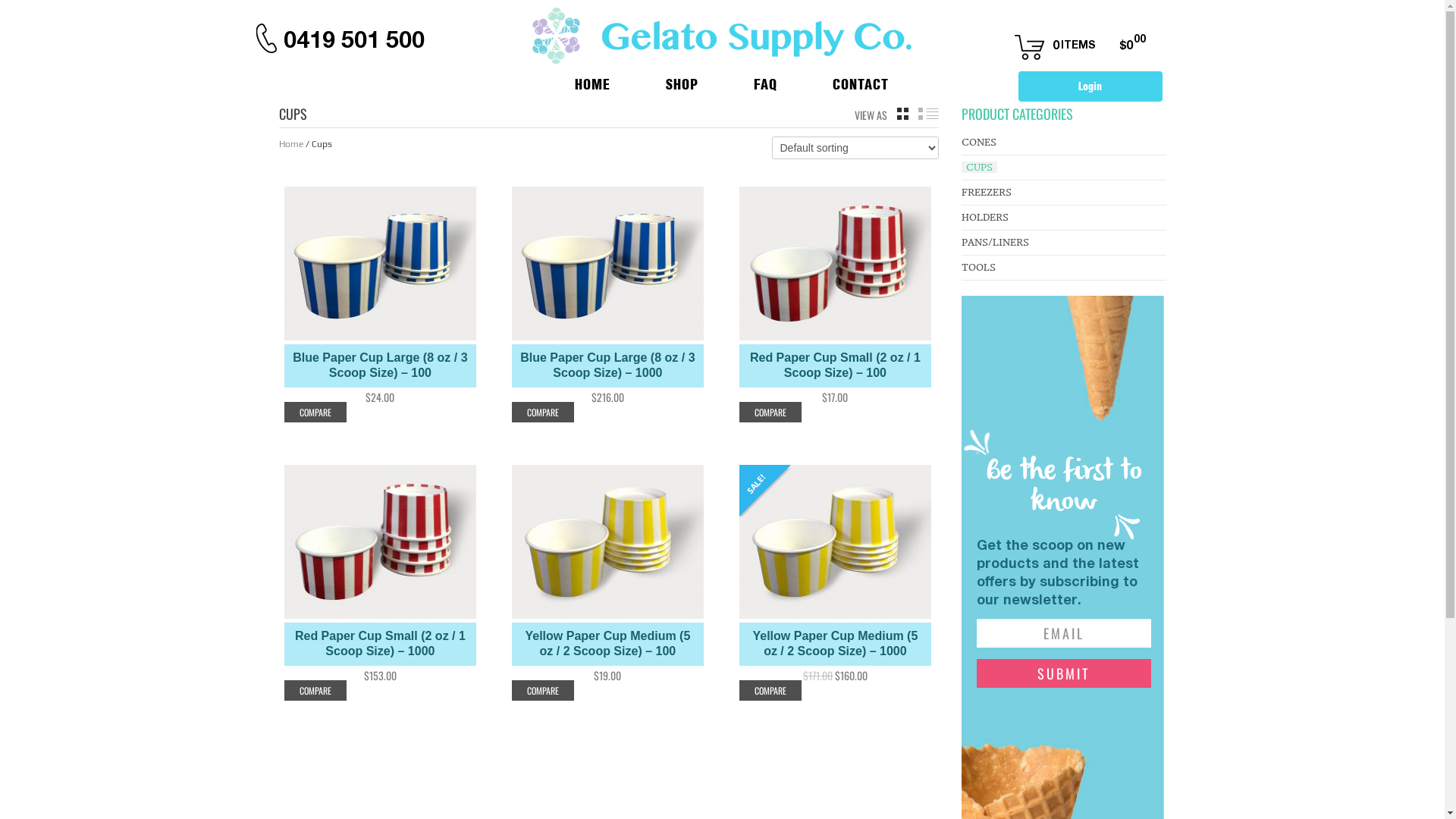  What do you see at coordinates (667, 83) in the screenshot?
I see `'SHOP'` at bounding box center [667, 83].